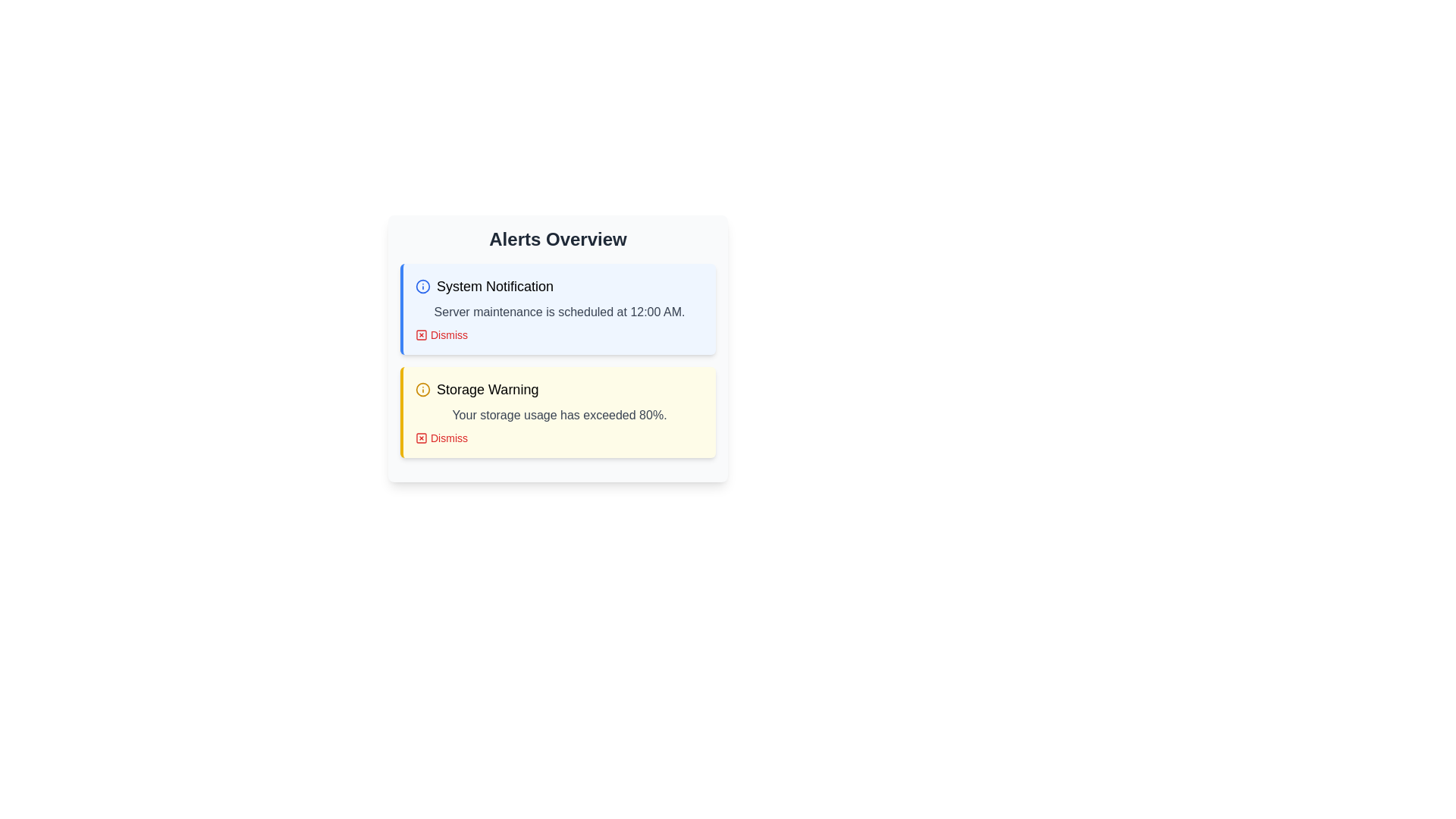 The image size is (1456, 819). Describe the element at coordinates (441, 334) in the screenshot. I see `the 'Dismiss' button with red text and an adjacent red square icon containing an 'X' located at the bottom-right corner of the 'System Notification' box` at that location.